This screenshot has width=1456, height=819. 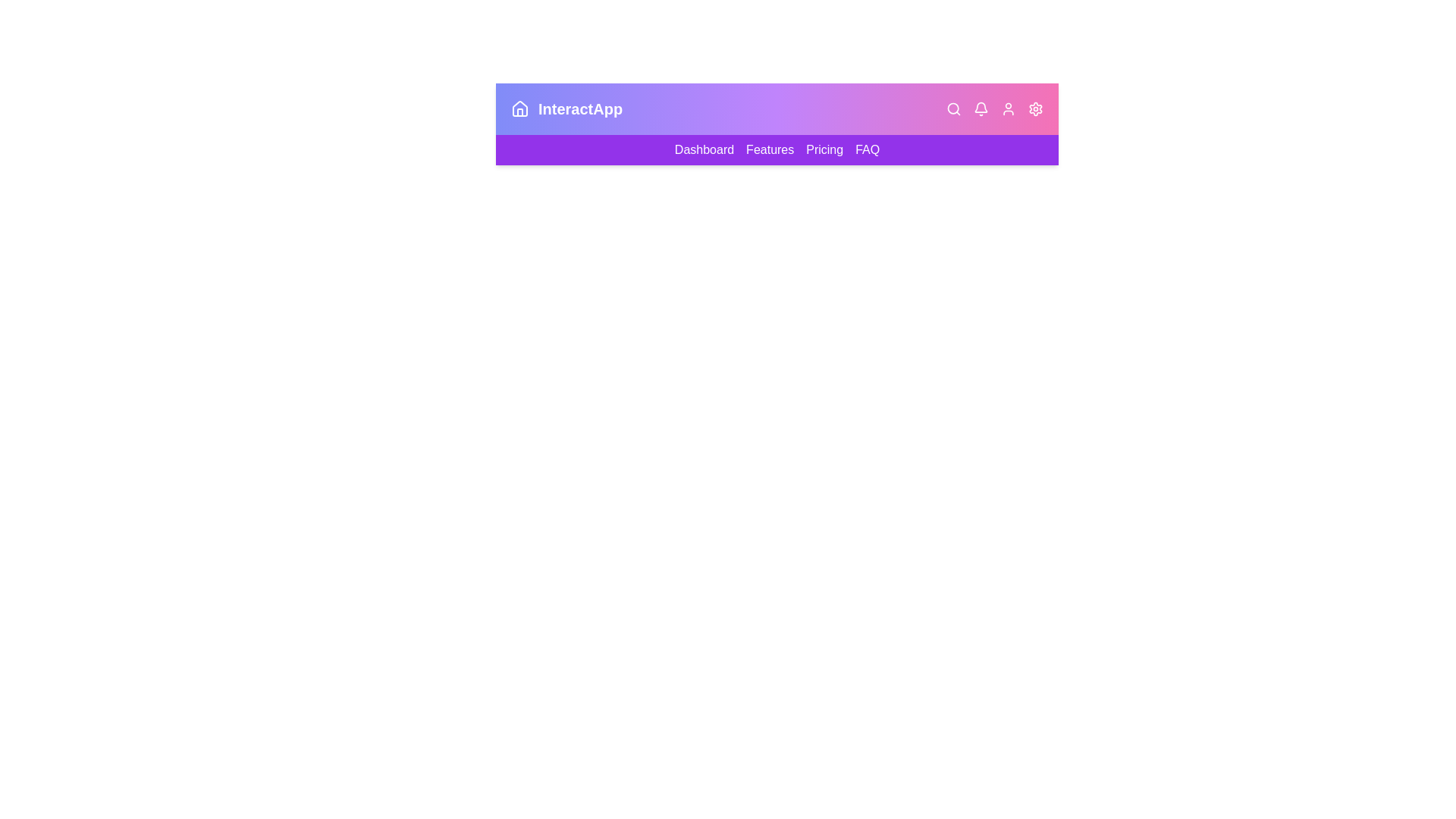 What do you see at coordinates (520, 108) in the screenshot?
I see `the home icon in the app bar` at bounding box center [520, 108].